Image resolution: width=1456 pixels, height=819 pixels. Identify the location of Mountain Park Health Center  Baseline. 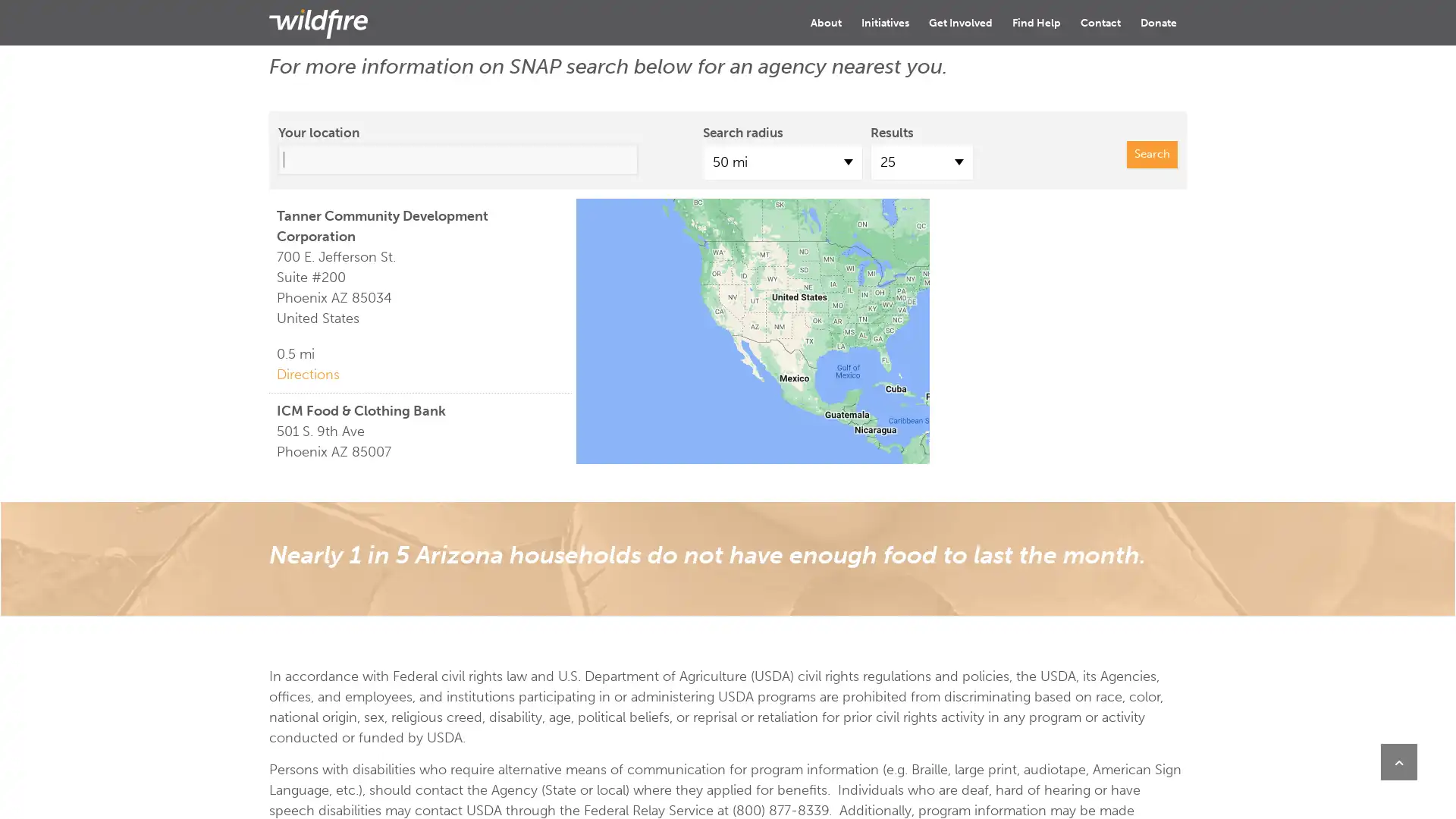
(877, 369).